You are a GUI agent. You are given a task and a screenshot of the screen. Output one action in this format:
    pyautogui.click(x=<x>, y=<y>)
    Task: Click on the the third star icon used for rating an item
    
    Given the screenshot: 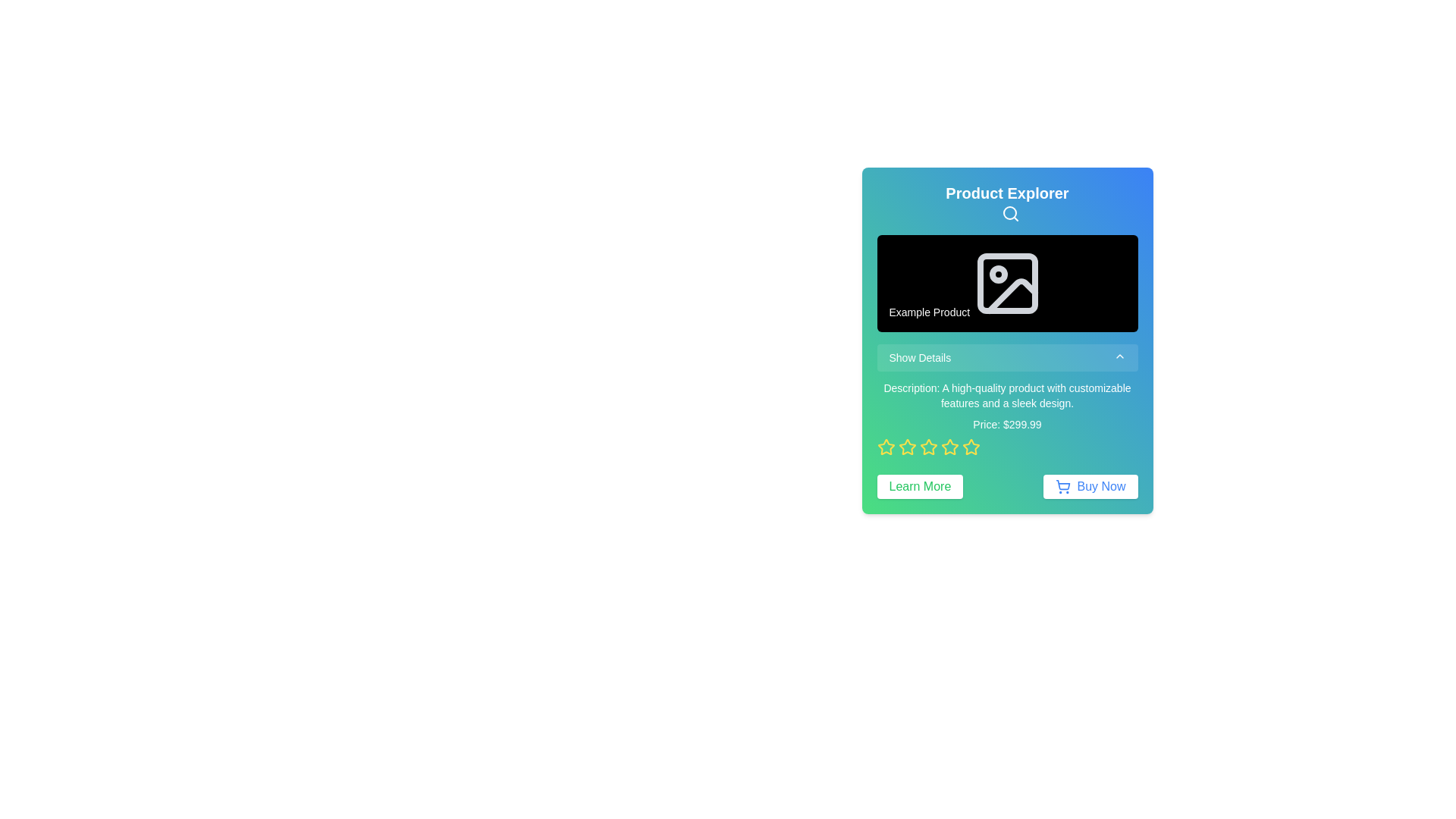 What is the action you would take?
    pyautogui.click(x=949, y=446)
    